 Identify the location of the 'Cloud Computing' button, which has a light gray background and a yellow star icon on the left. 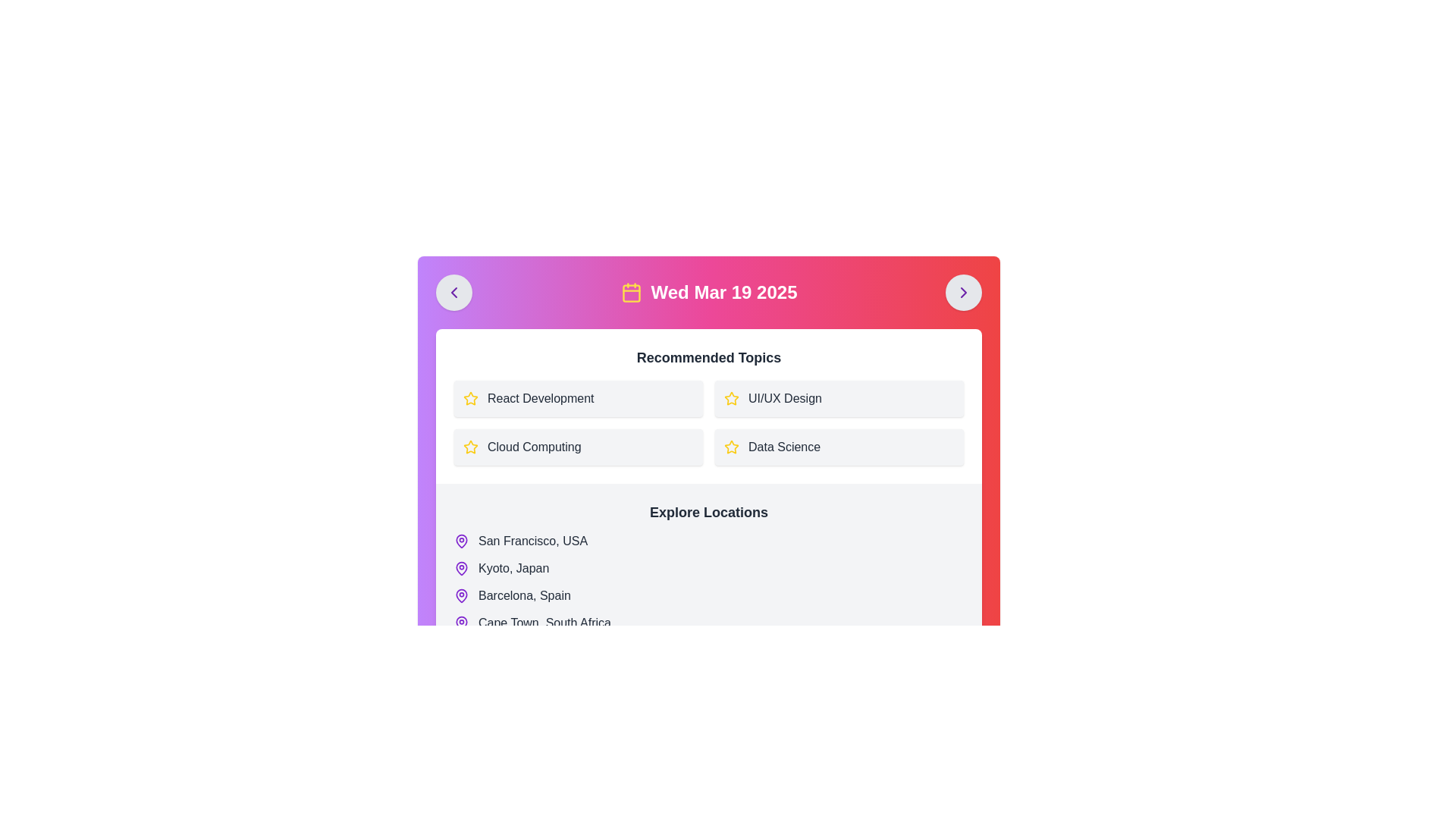
(578, 447).